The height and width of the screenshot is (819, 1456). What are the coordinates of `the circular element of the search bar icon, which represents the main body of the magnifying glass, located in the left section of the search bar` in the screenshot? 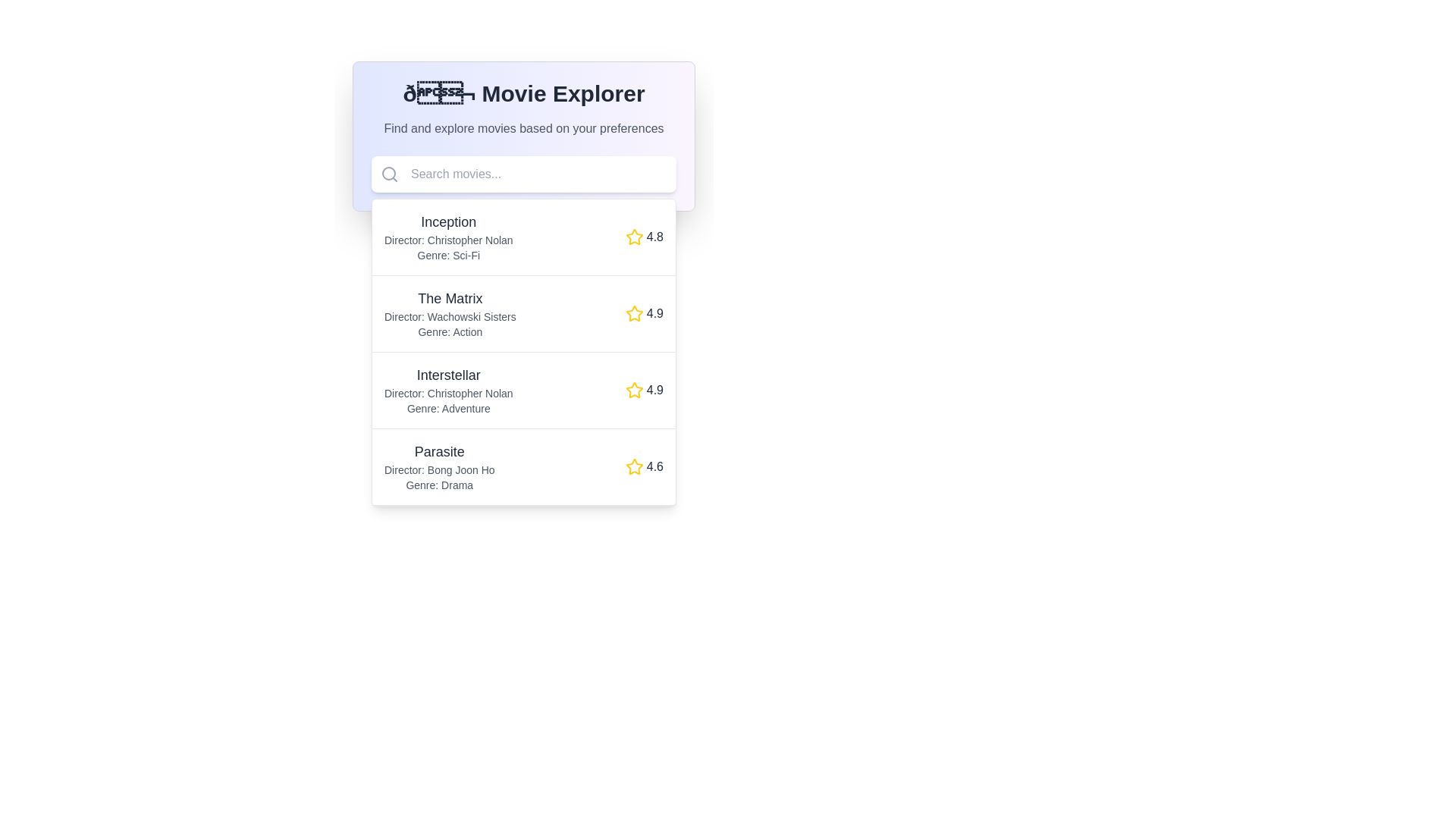 It's located at (389, 172).